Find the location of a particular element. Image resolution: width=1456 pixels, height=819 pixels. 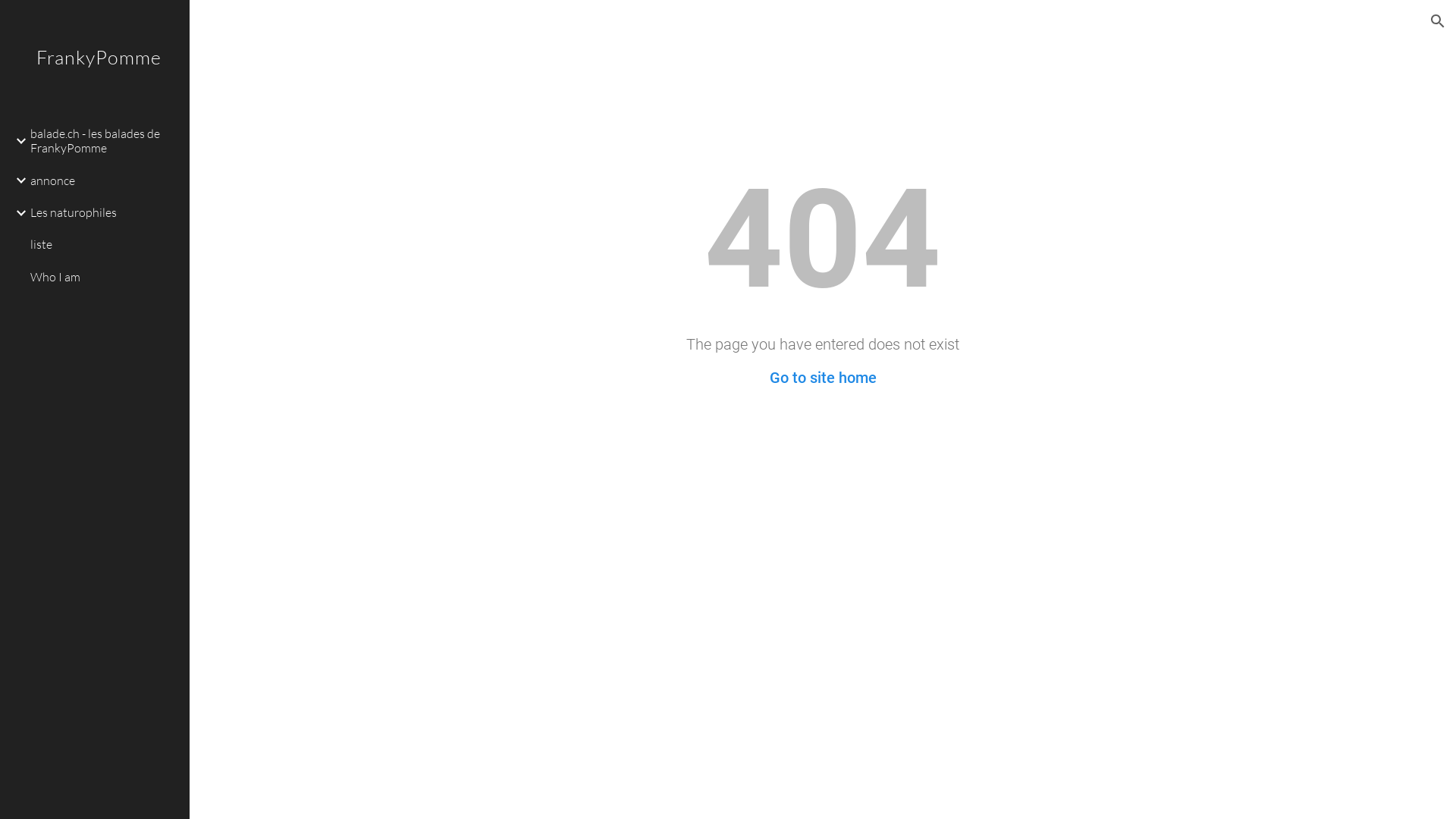

'Expand/Collapse' is located at coordinates (17, 180).